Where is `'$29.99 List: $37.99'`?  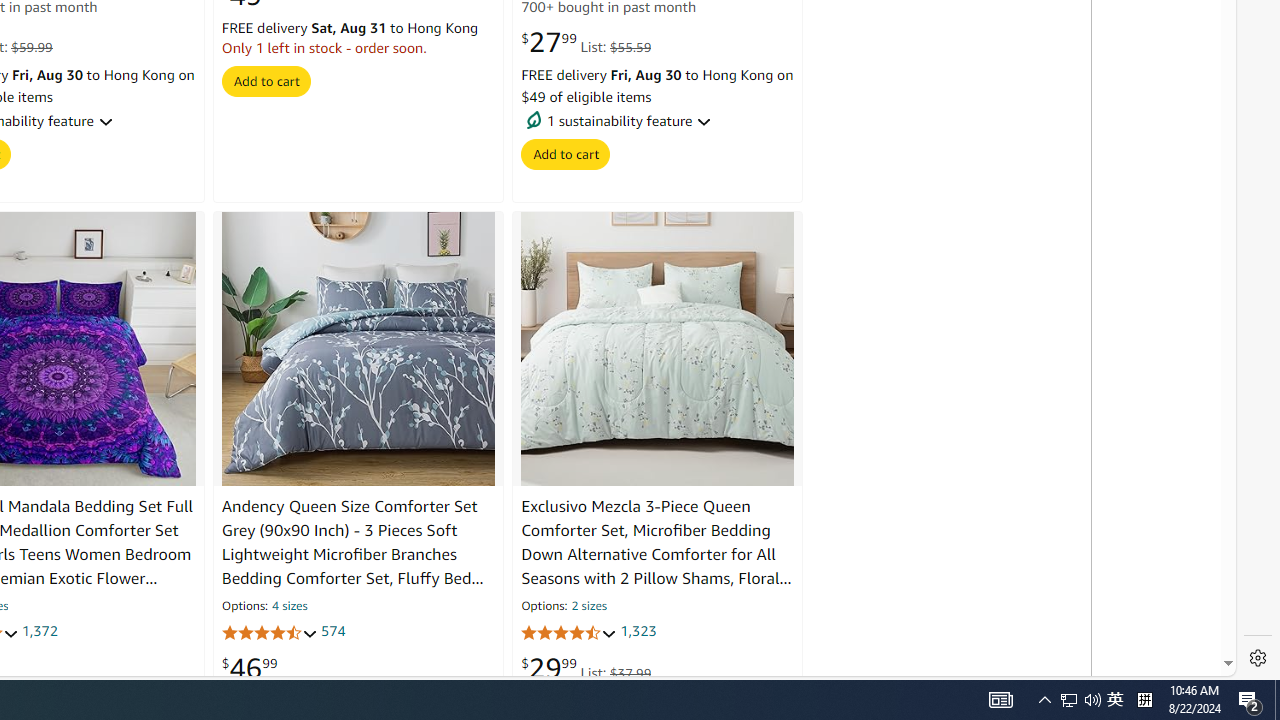 '$29.99 List: $37.99' is located at coordinates (585, 668).